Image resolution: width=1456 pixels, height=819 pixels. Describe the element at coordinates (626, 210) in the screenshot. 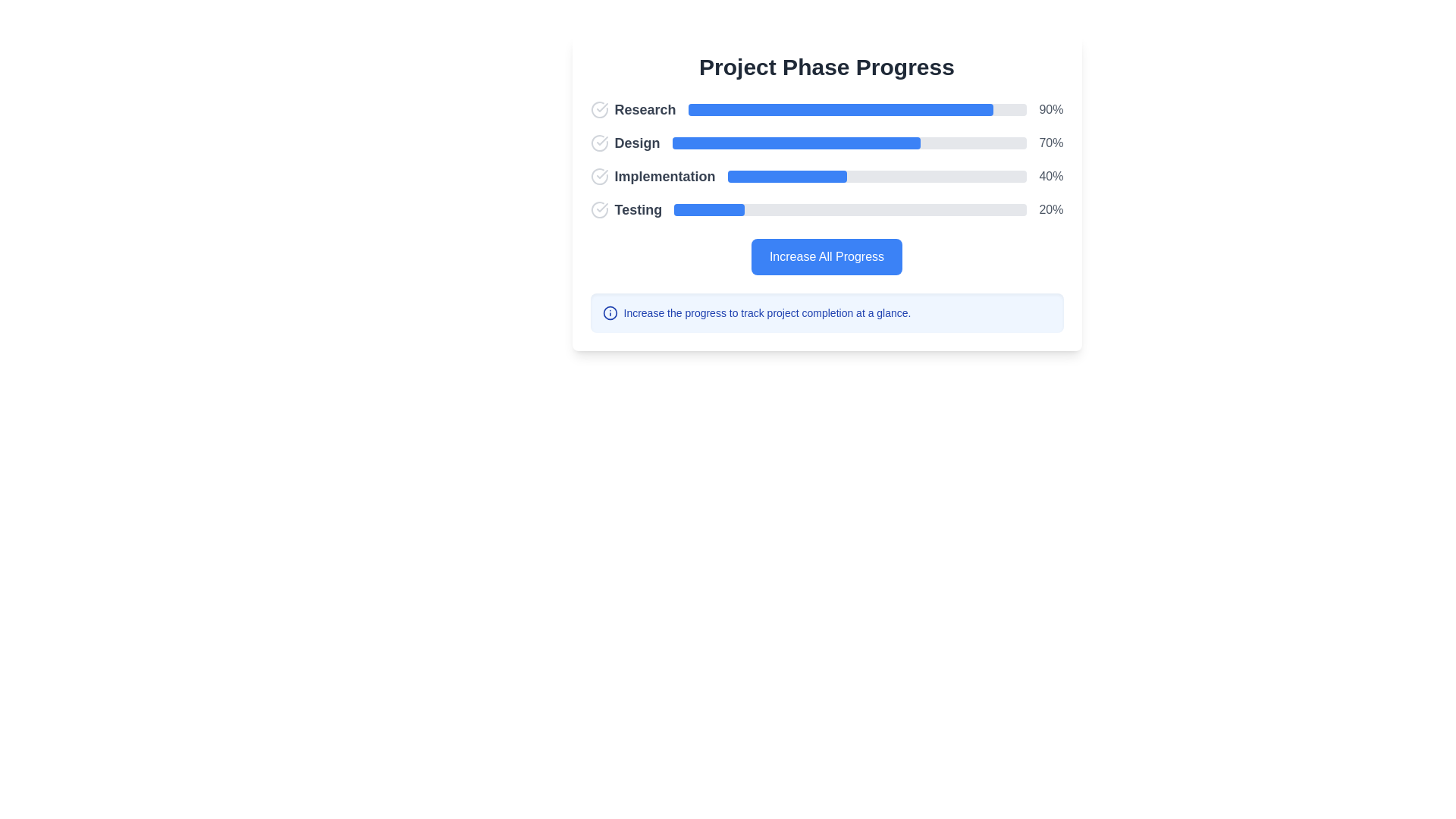

I see `the phase represented` at that location.